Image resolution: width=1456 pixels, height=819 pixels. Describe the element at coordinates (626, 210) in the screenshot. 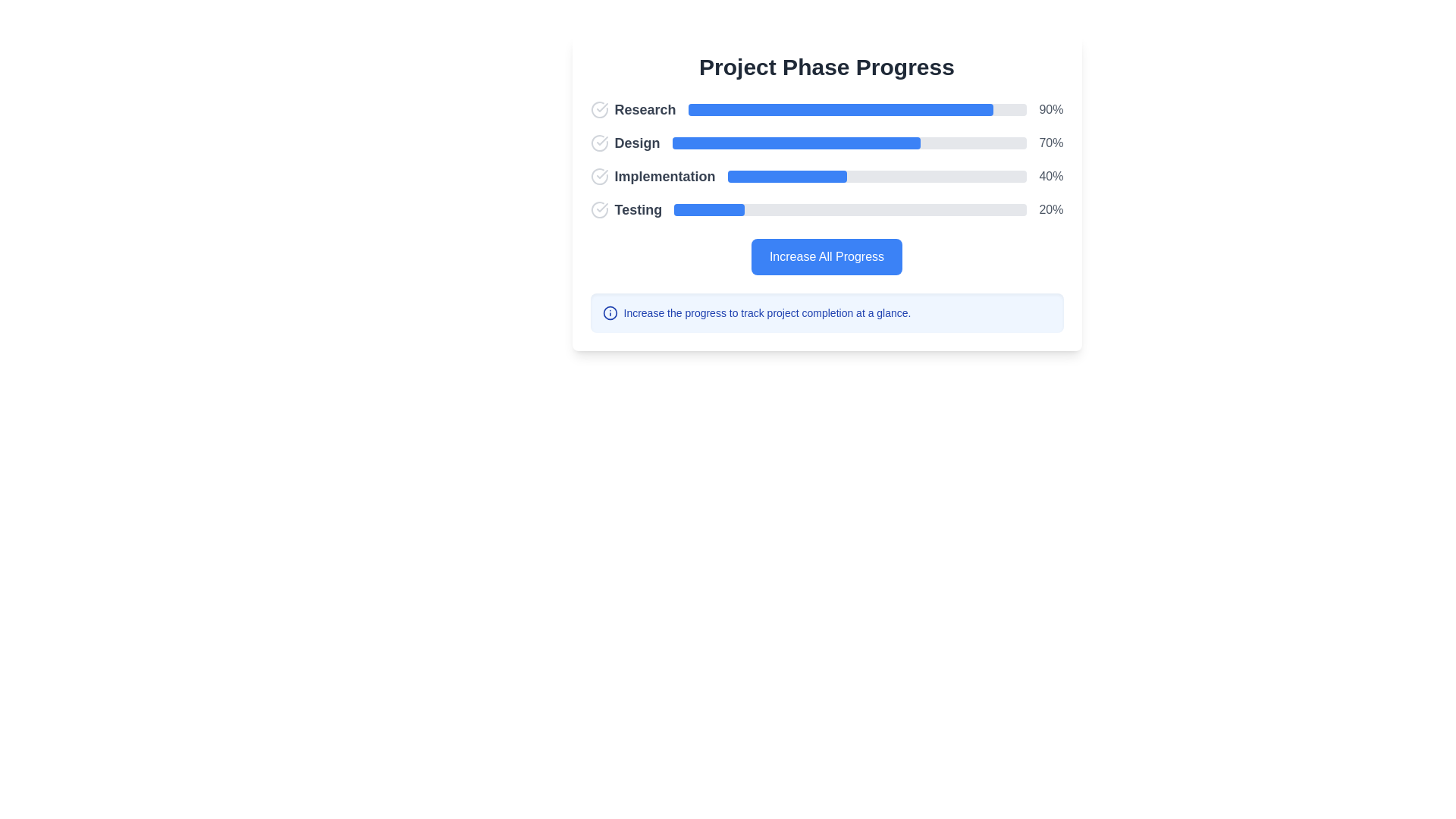

I see `the phase represented` at that location.